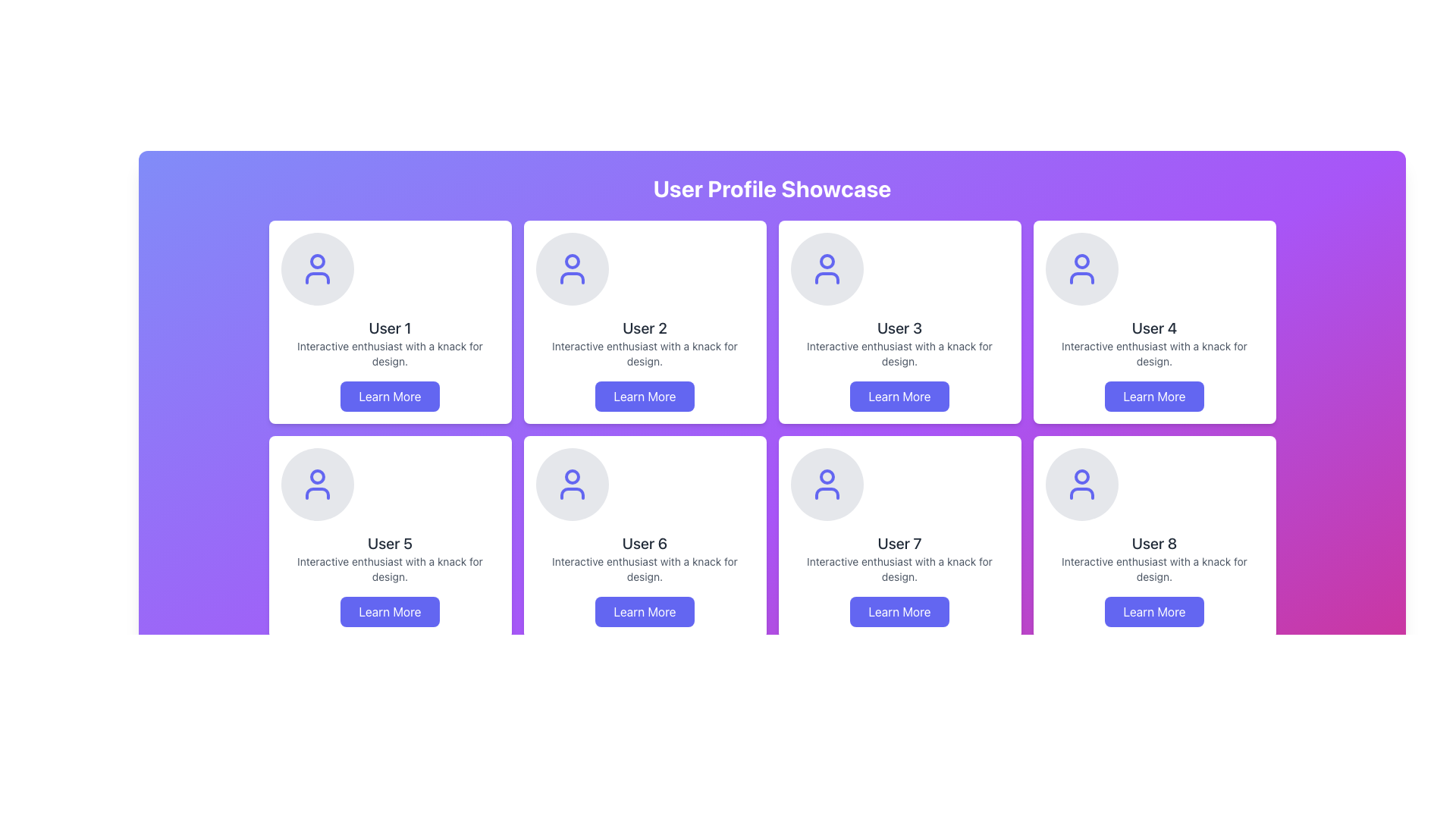 The width and height of the screenshot is (1456, 819). What do you see at coordinates (1081, 475) in the screenshot?
I see `the circular graphical icon representing the user profile for 'User 8', located in the last row and fourth column of the user showcase grid` at bounding box center [1081, 475].